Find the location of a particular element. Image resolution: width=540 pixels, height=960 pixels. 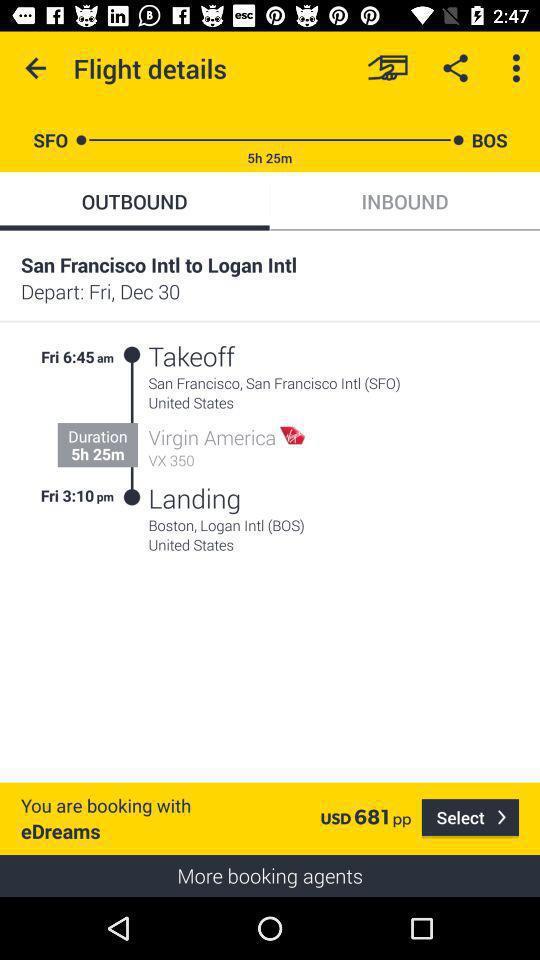

the item above boston logan intl icon is located at coordinates (194, 497).